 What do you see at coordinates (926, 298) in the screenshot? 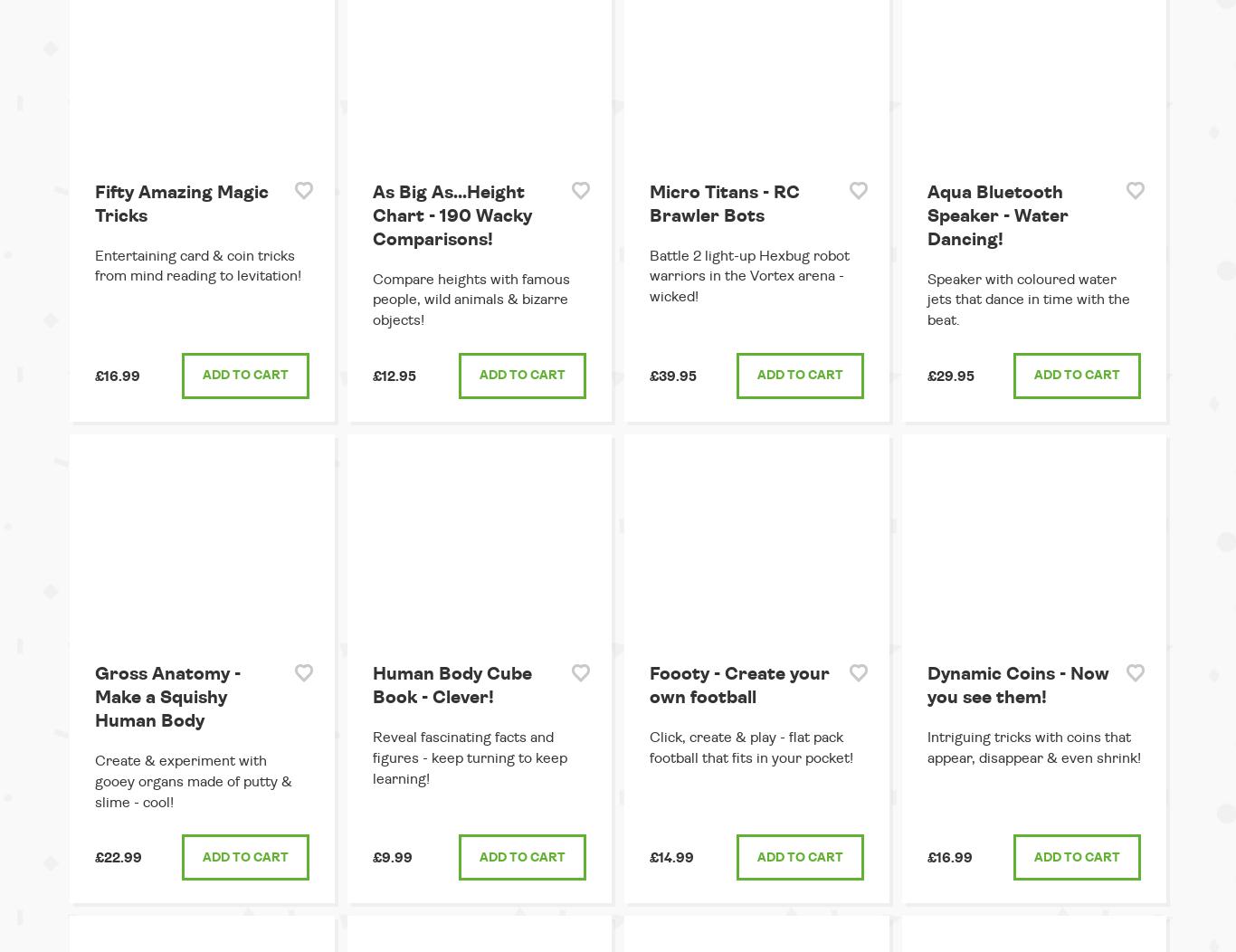
I see `'Speaker with coloured water jets that dance in time with the beat.'` at bounding box center [926, 298].